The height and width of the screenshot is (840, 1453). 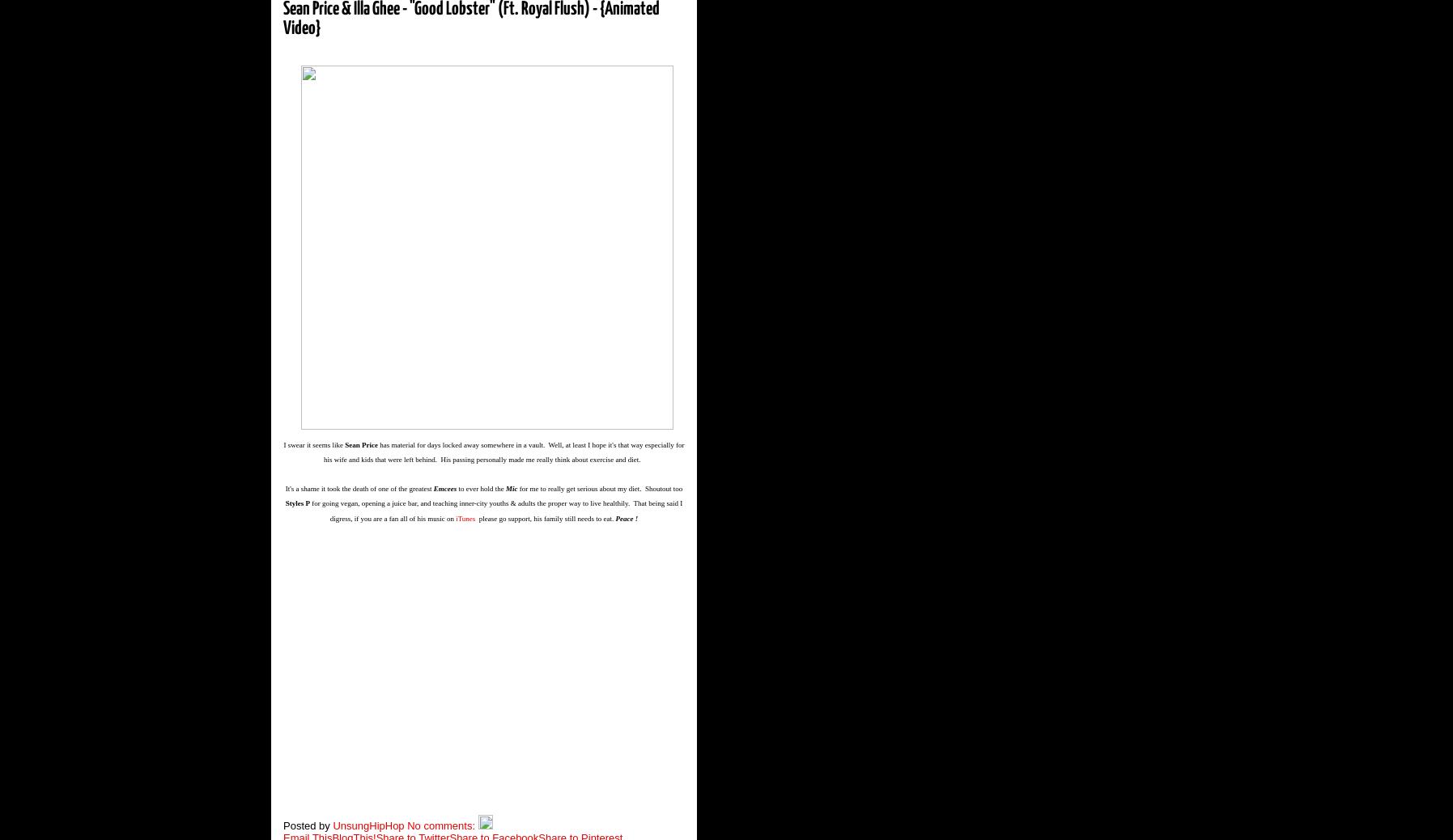 What do you see at coordinates (333, 825) in the screenshot?
I see `'UnsungHipHop'` at bounding box center [333, 825].